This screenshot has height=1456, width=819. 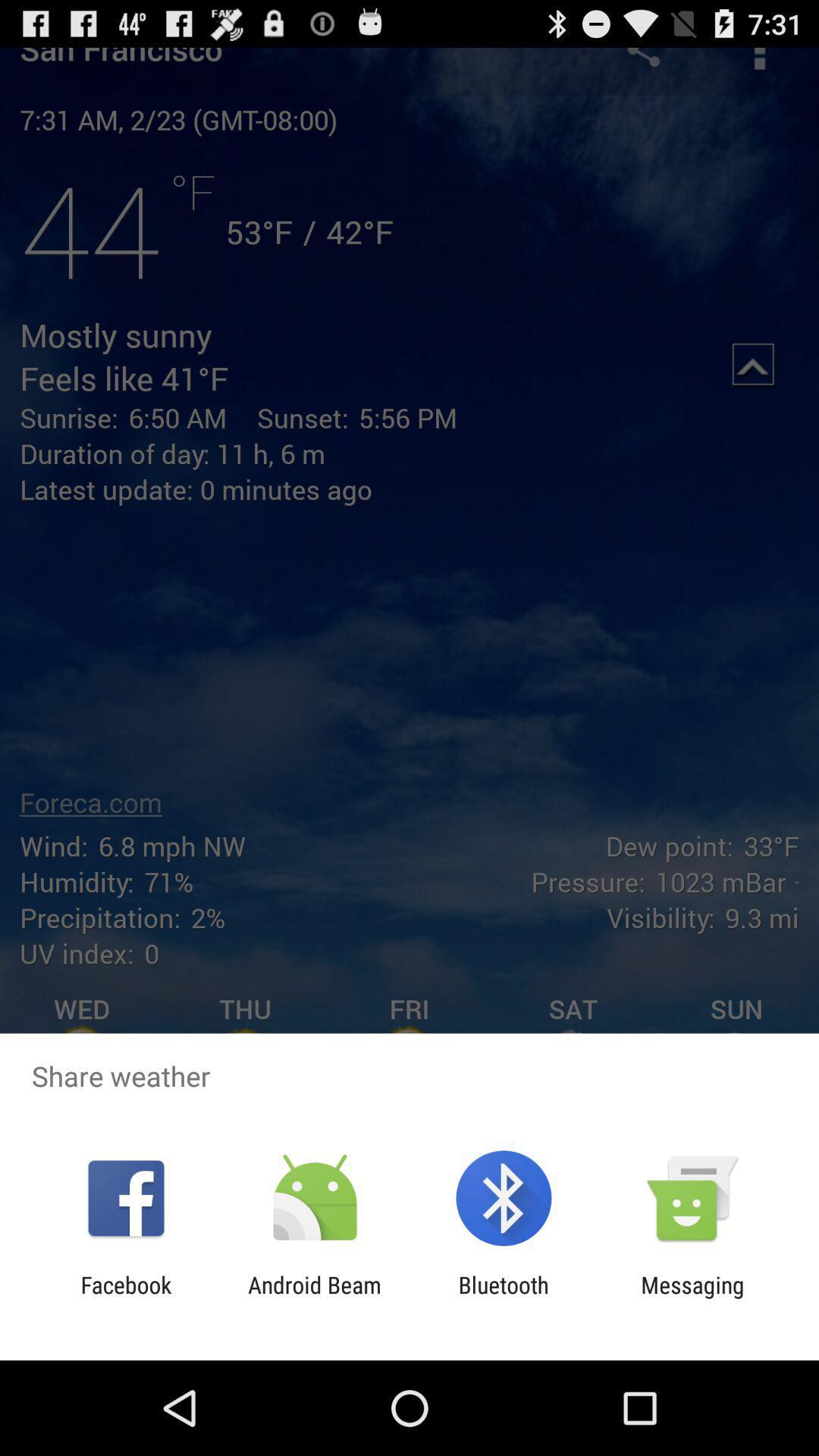 What do you see at coordinates (504, 1298) in the screenshot?
I see `app to the right of android beam item` at bounding box center [504, 1298].